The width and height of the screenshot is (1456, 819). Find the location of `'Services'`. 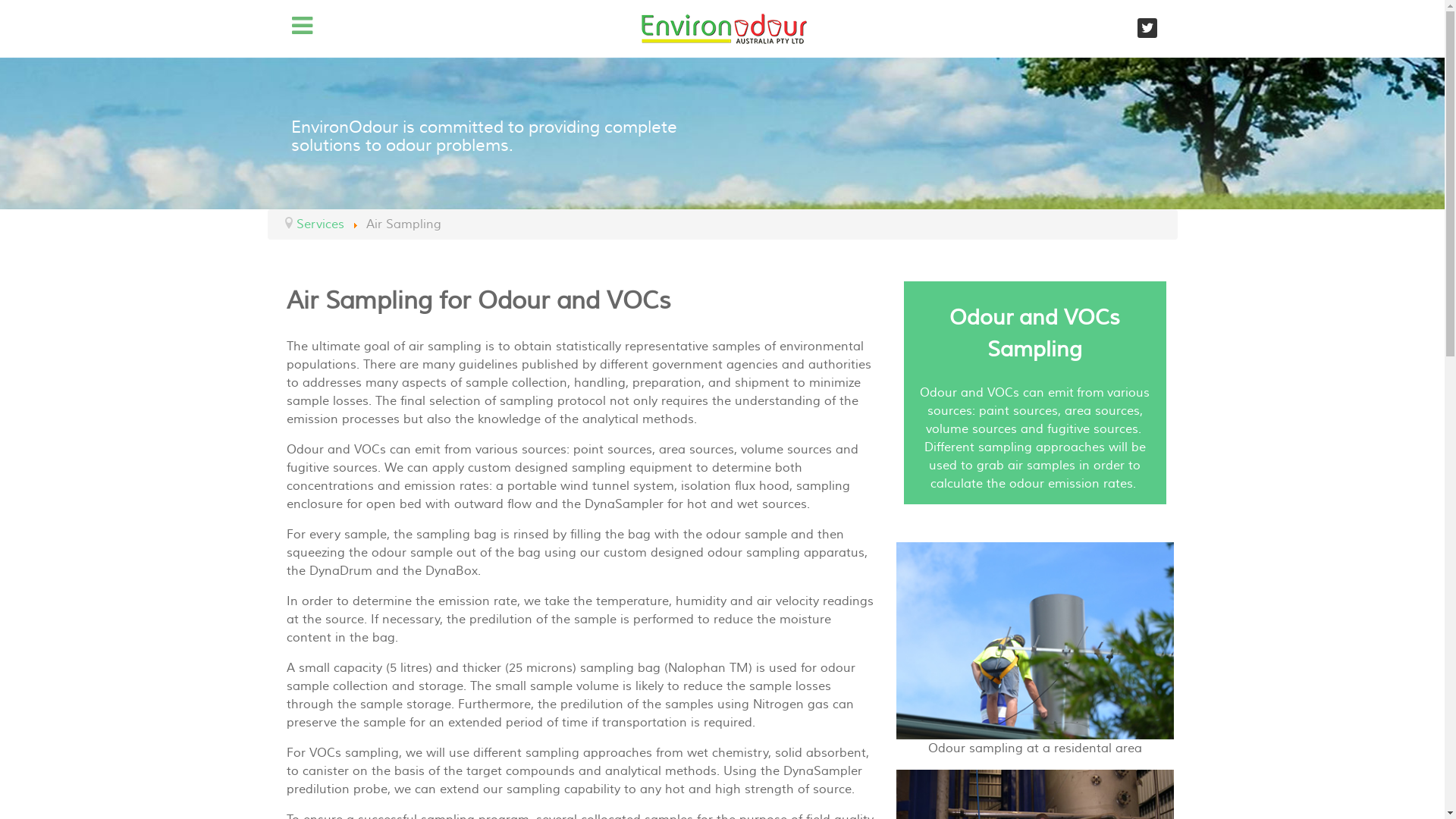

'Services' is located at coordinates (318, 224).